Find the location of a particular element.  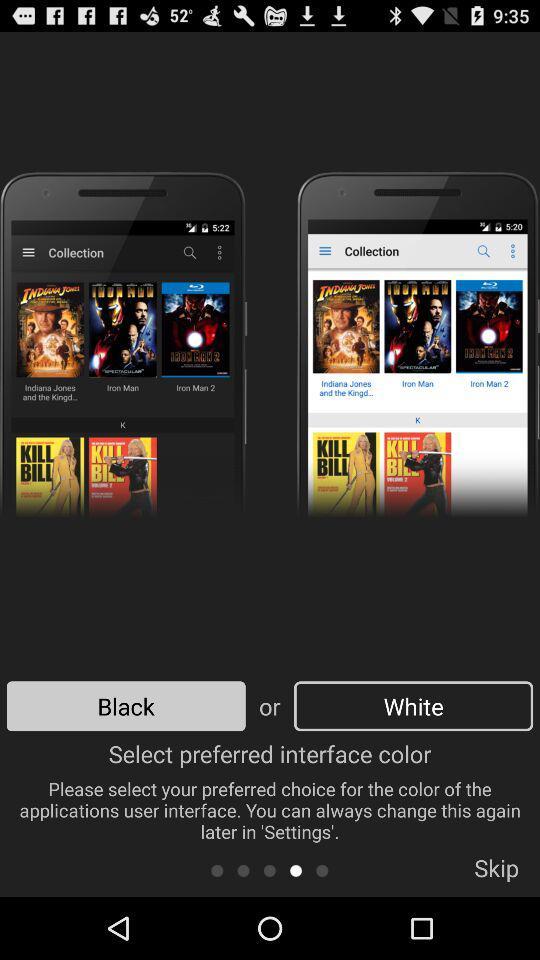

the white icon is located at coordinates (412, 706).